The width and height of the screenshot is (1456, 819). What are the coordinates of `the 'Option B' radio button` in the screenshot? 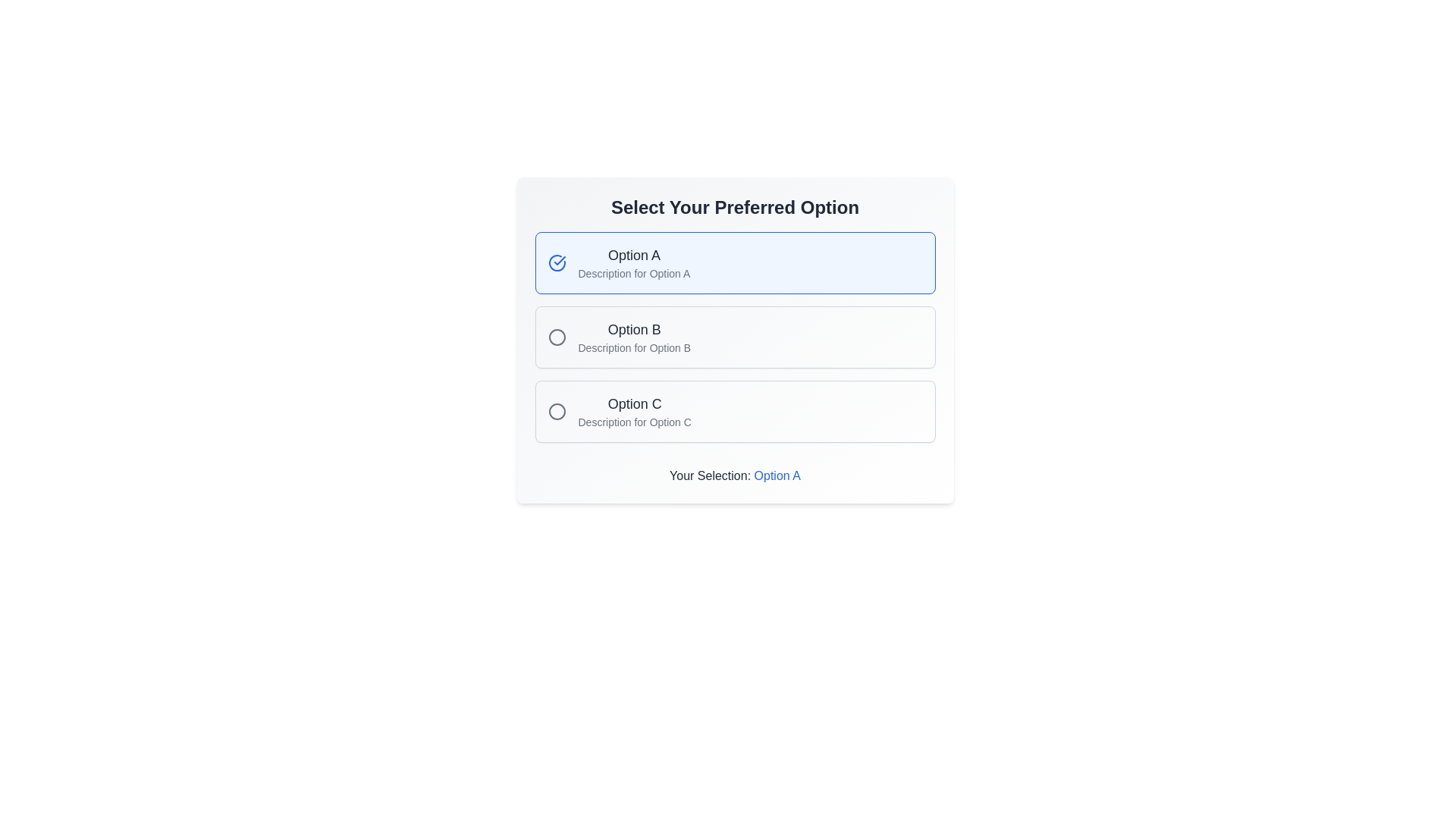 It's located at (735, 336).